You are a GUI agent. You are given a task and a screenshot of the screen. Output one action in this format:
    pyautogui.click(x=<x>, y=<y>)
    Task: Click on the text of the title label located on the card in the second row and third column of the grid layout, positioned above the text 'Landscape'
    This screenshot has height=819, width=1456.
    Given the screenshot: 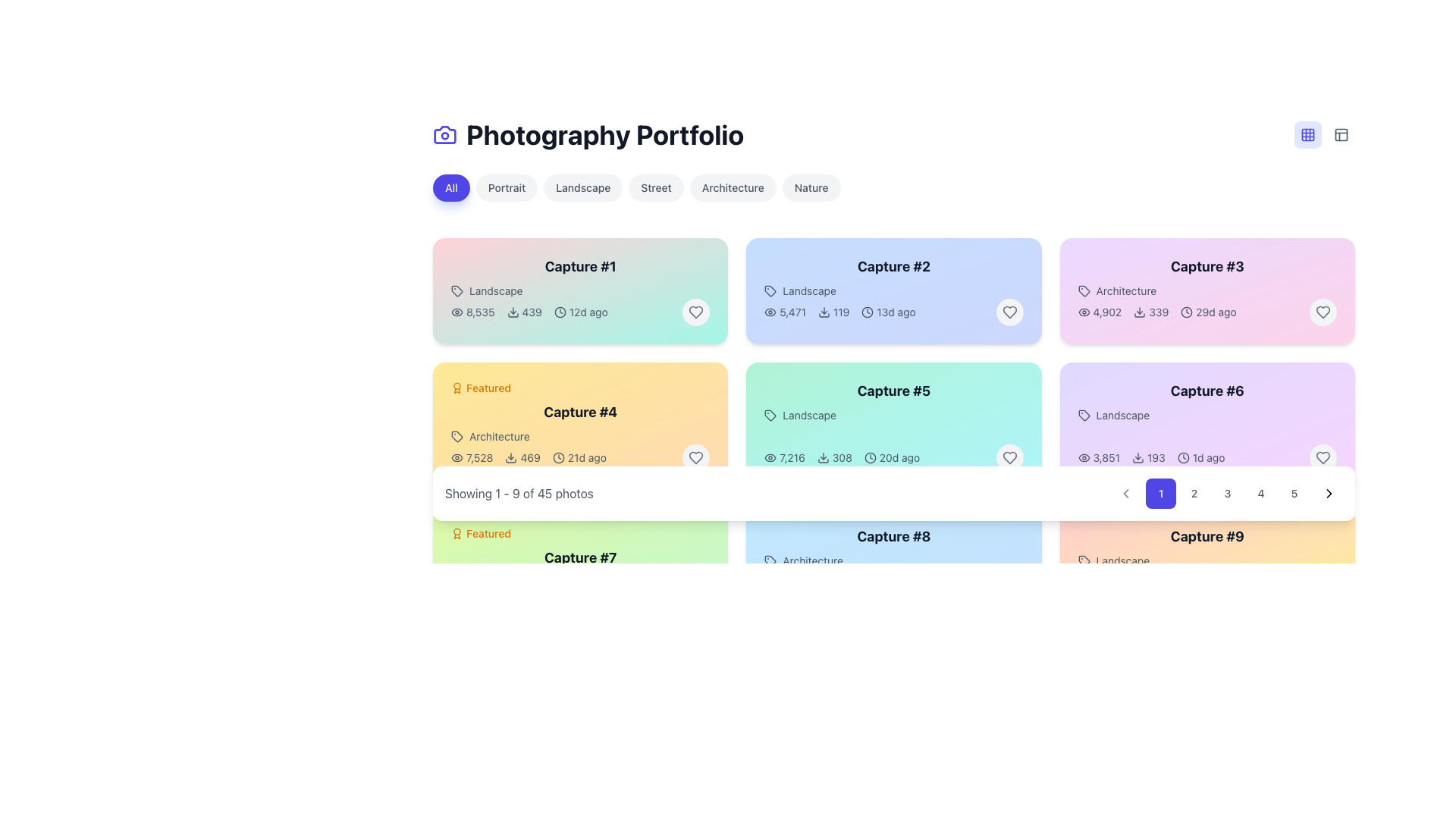 What is the action you would take?
    pyautogui.click(x=1207, y=391)
    